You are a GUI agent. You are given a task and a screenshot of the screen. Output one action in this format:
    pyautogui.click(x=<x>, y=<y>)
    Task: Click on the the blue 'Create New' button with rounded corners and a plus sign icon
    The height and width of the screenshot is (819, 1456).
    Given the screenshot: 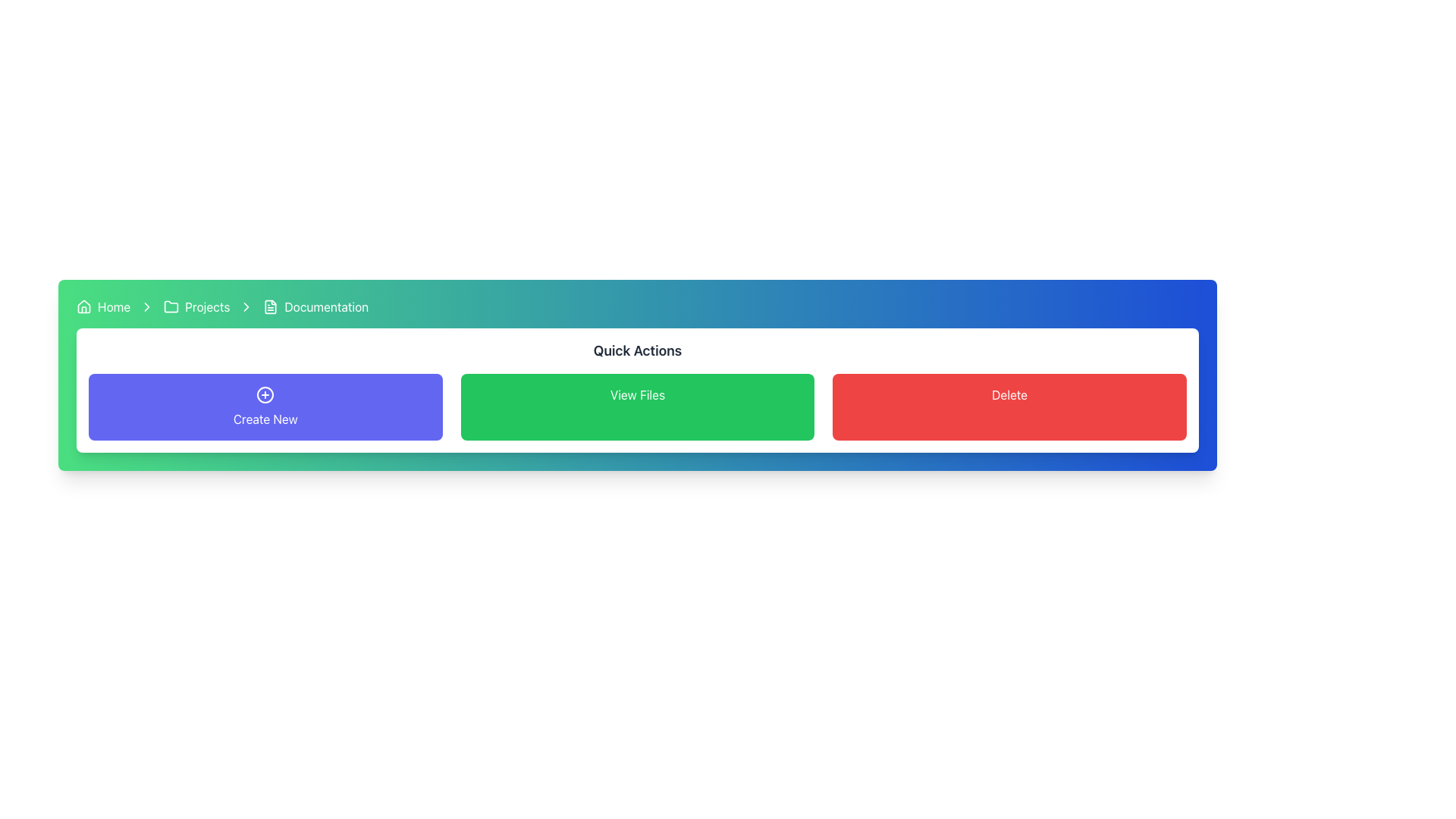 What is the action you would take?
    pyautogui.click(x=265, y=406)
    